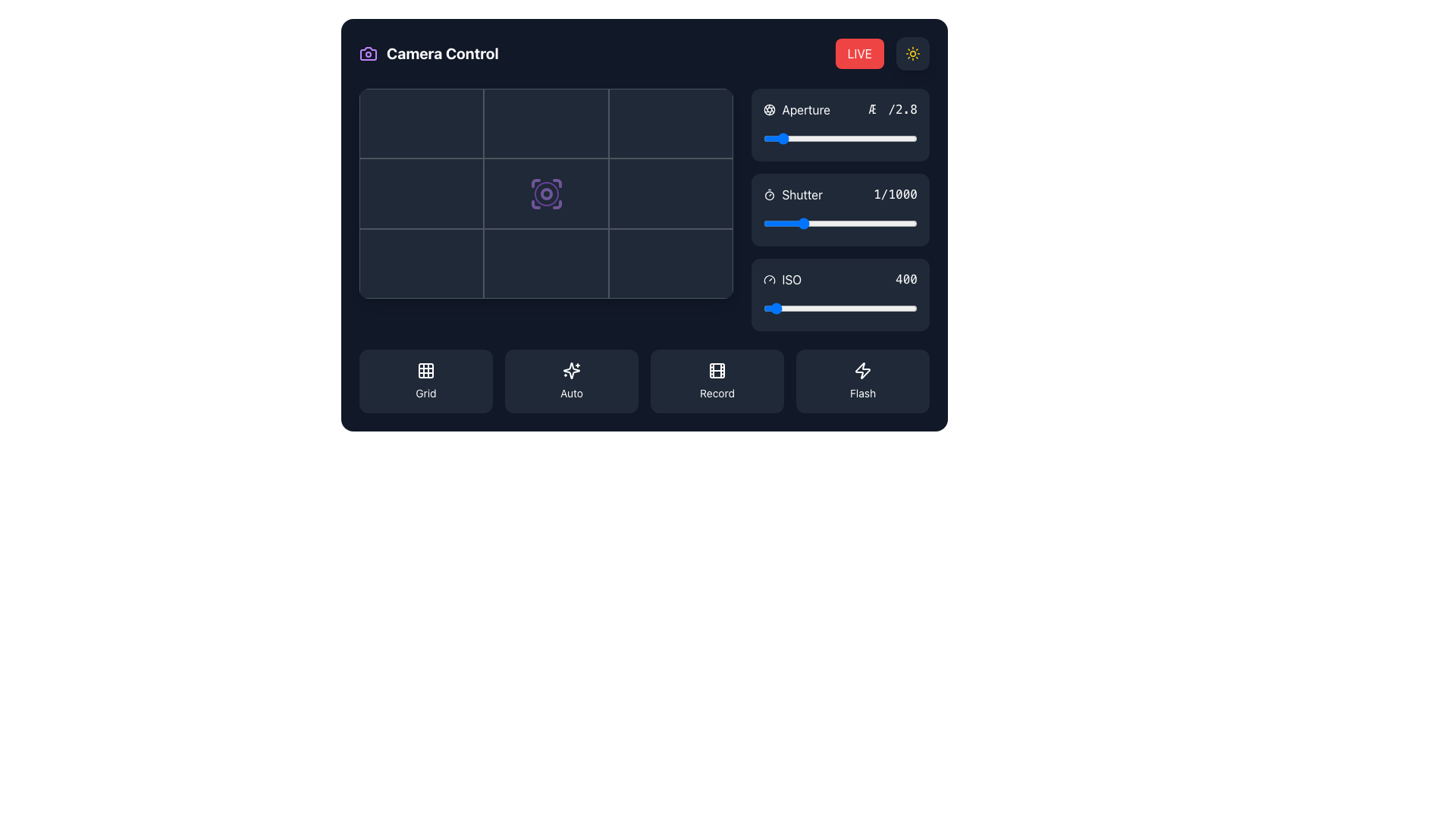 This screenshot has height=819, width=1456. I want to click on the top-right corner button that indicates live status, so click(859, 52).